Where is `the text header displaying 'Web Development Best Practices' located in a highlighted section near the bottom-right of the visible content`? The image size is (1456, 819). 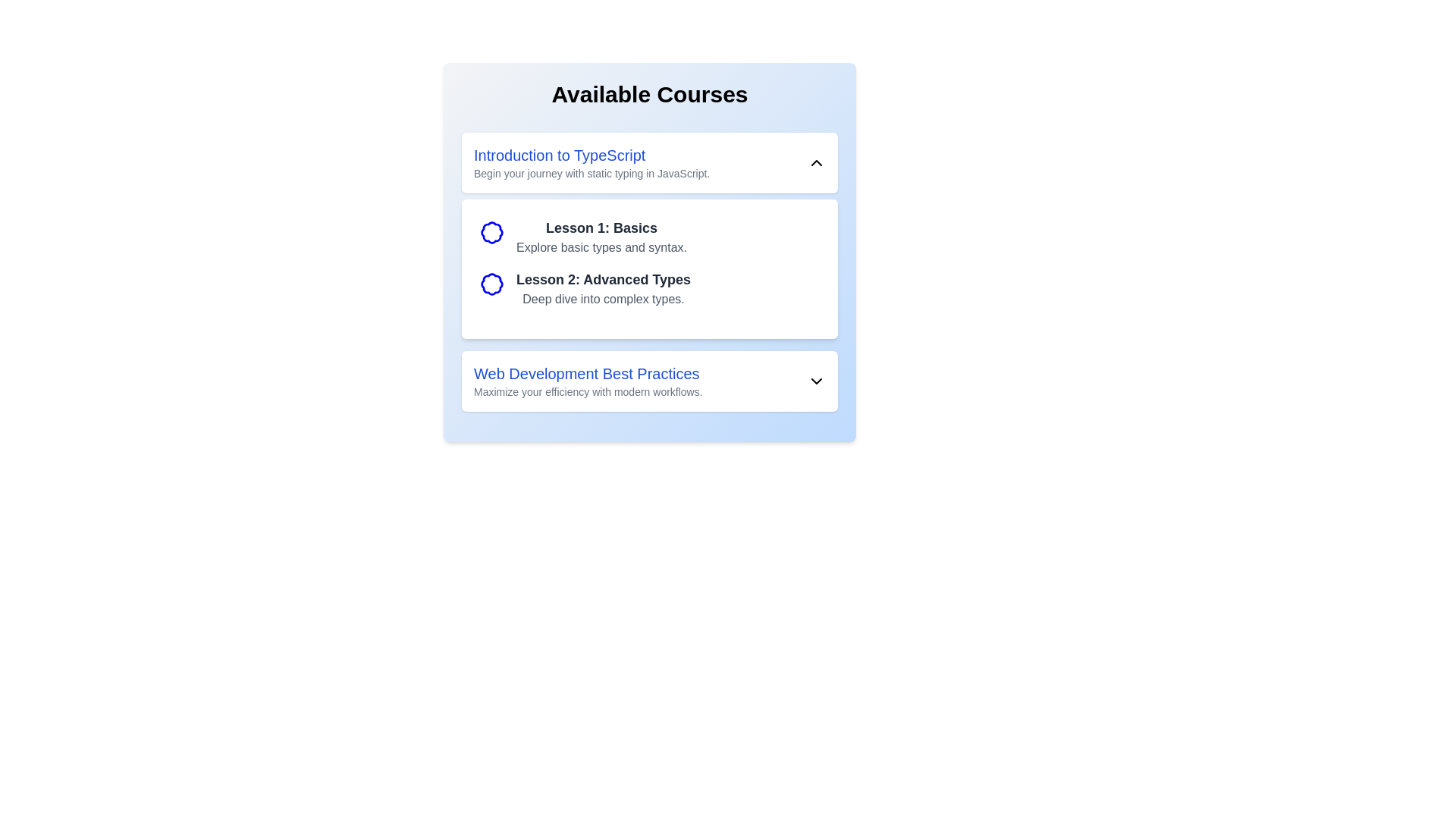
the text header displaying 'Web Development Best Practices' located in a highlighted section near the bottom-right of the visible content is located at coordinates (587, 374).